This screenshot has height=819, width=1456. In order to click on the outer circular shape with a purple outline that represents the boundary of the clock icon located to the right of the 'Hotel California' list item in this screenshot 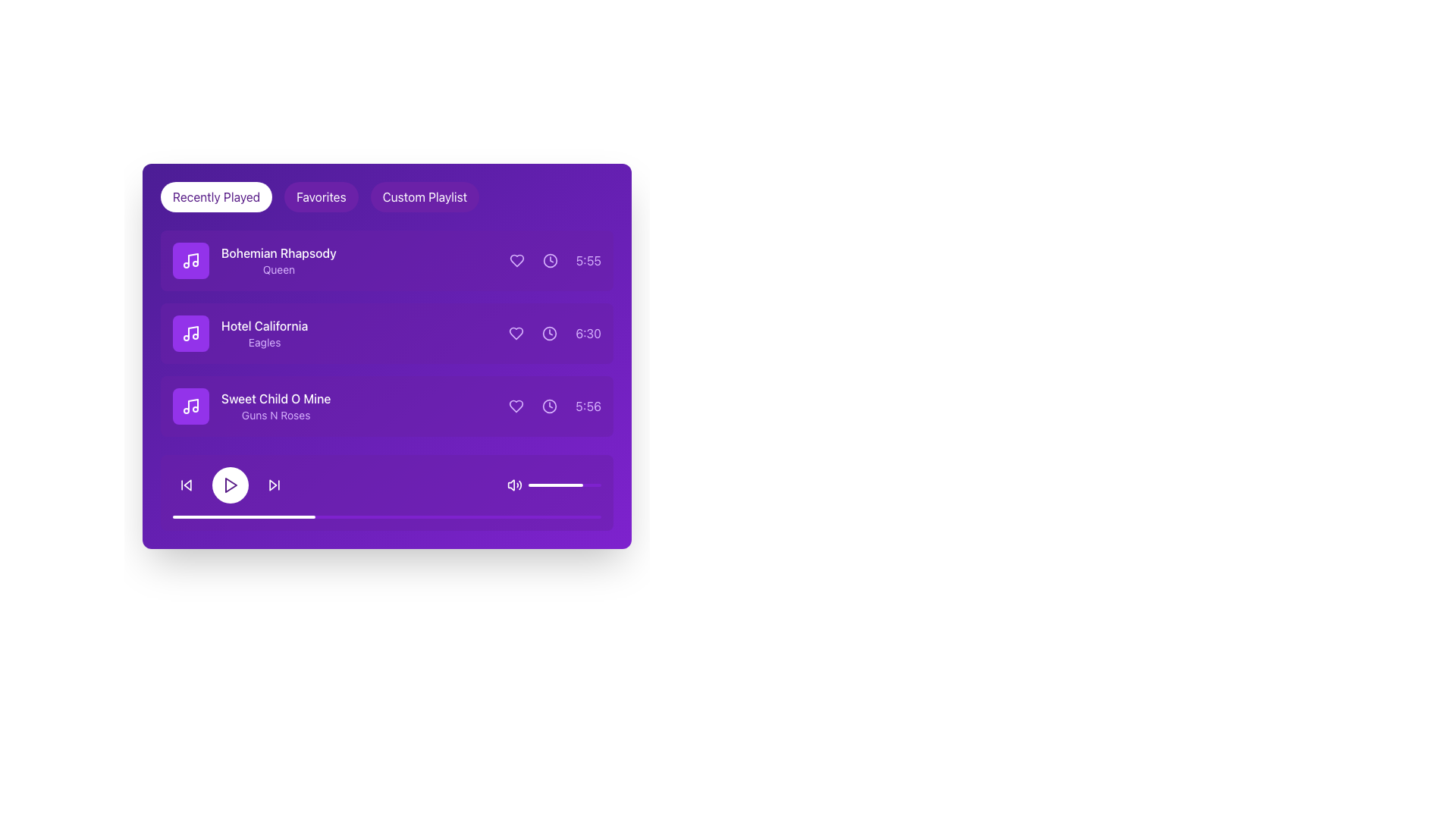, I will do `click(549, 332)`.